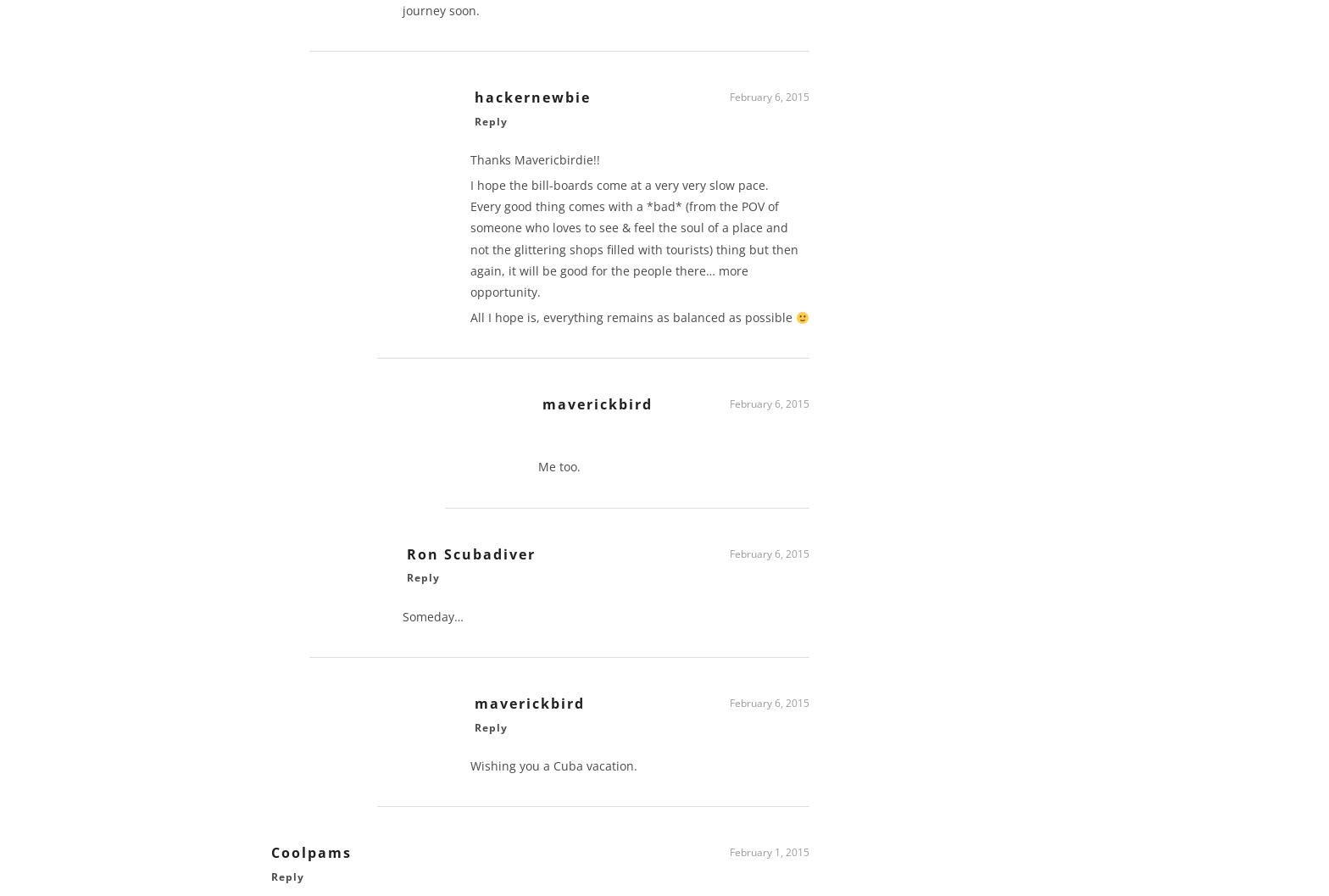 This screenshot has height=896, width=1329. What do you see at coordinates (470, 771) in the screenshot?
I see `'Wishing you a Cuba vacation.'` at bounding box center [470, 771].